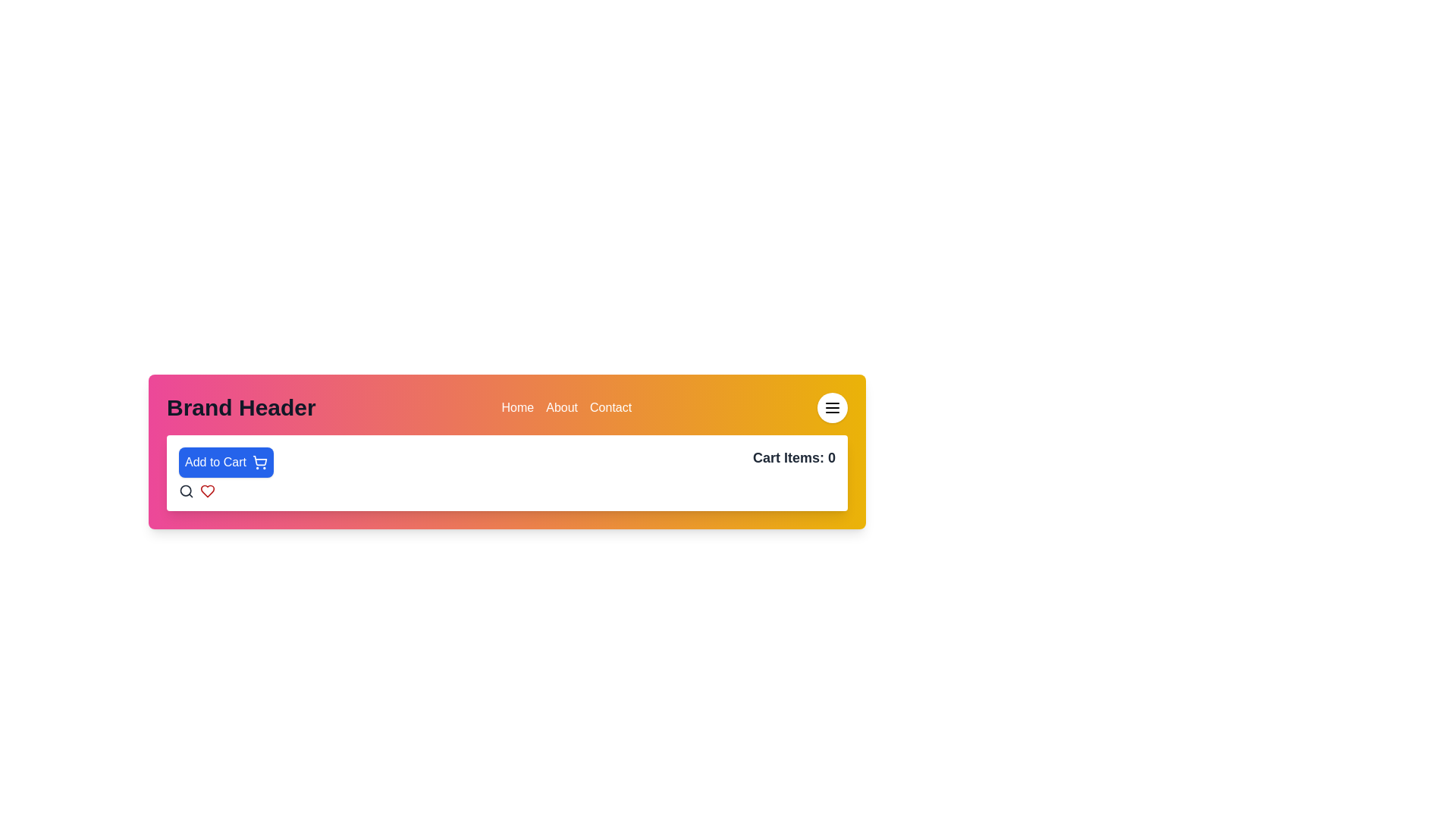  Describe the element at coordinates (507, 406) in the screenshot. I see `one of the navigation links in the horizontal navigation bar located at the upper section of the interface, which includes links such as 'Home', 'About', and 'Contact'` at that location.